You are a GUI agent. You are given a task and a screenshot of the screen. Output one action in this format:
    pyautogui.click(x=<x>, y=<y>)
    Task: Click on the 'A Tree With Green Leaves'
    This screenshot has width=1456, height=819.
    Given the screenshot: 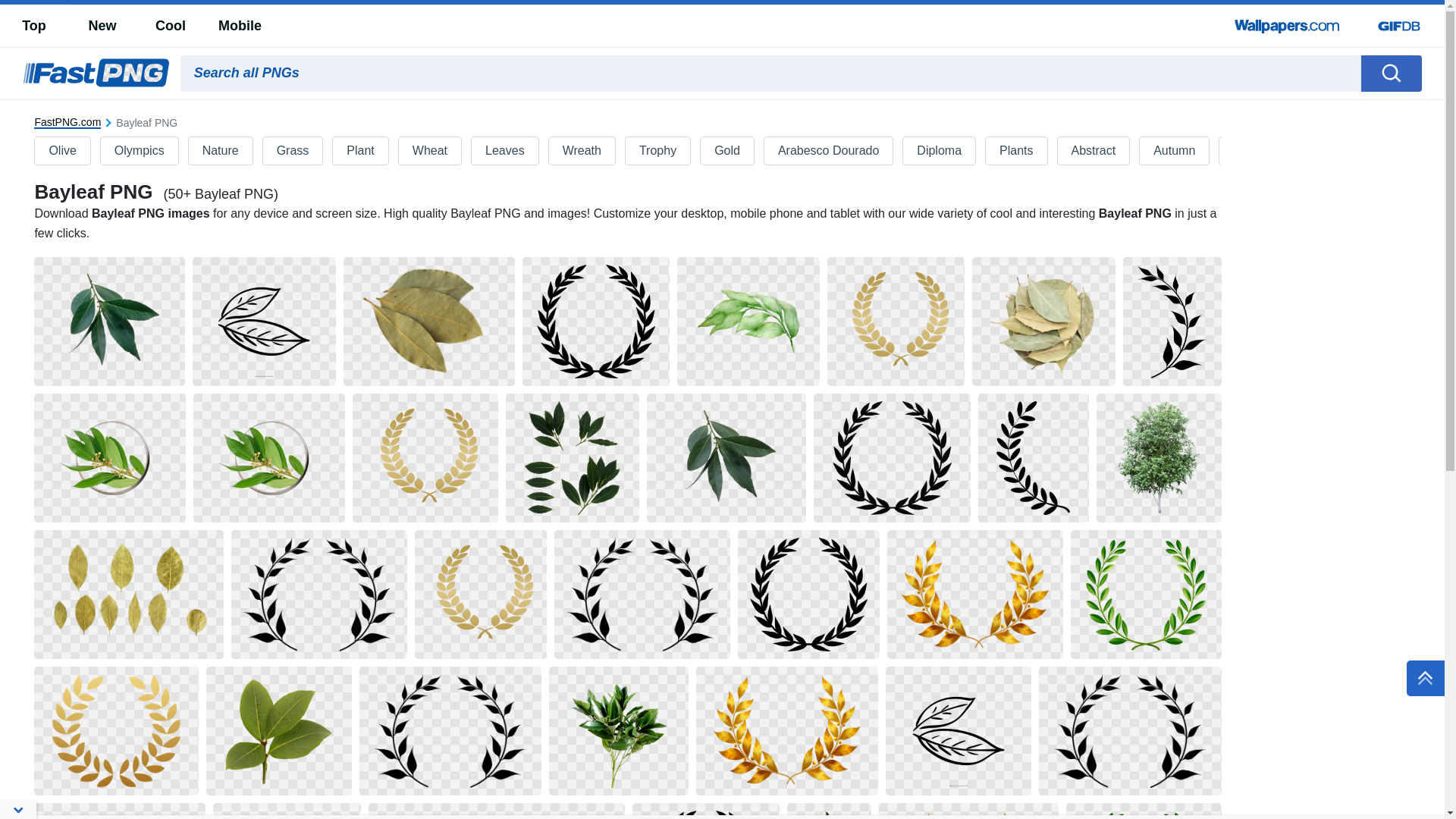 What is the action you would take?
    pyautogui.click(x=1158, y=457)
    